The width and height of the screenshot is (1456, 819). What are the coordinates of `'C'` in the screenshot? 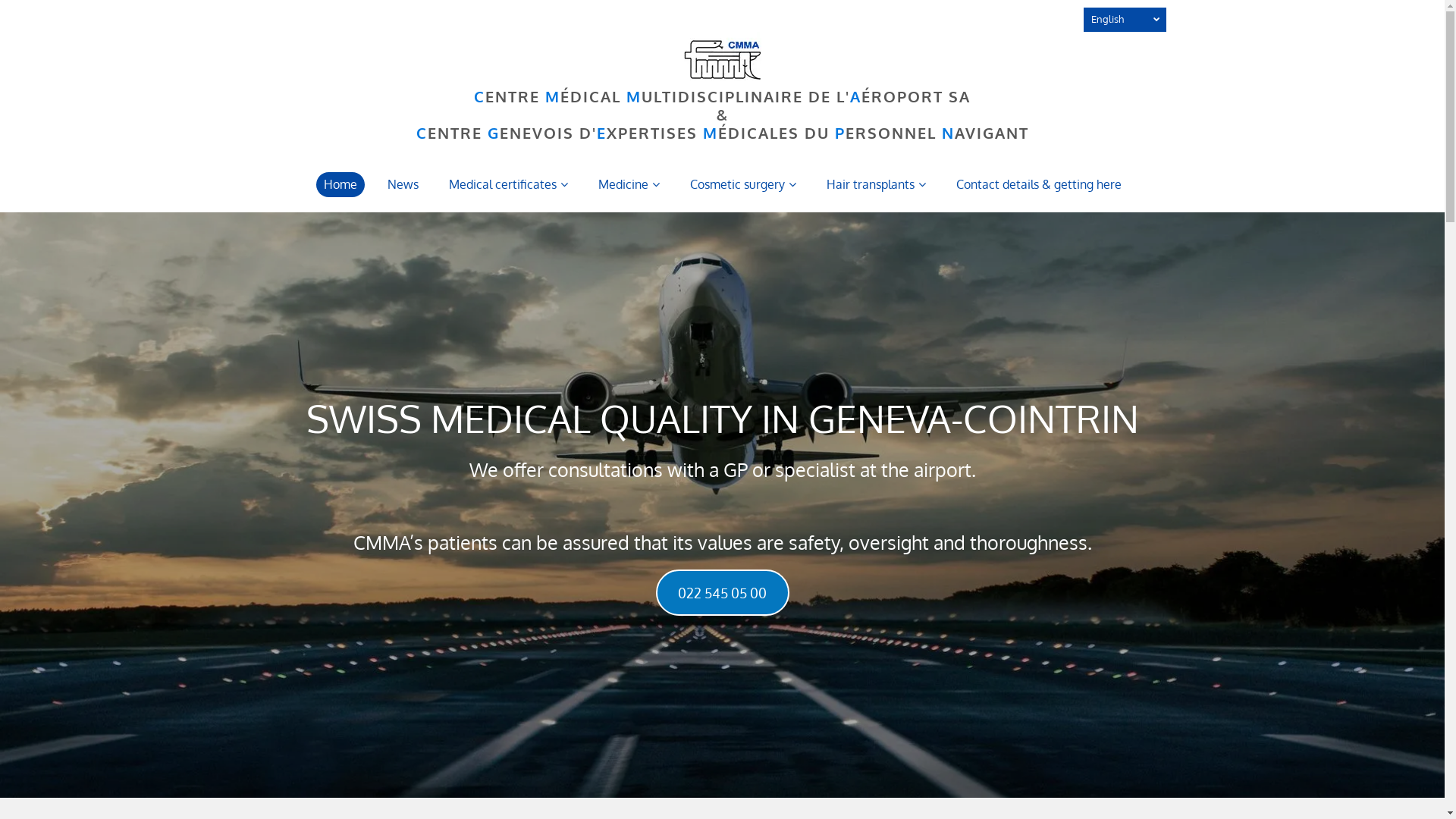 It's located at (479, 96).